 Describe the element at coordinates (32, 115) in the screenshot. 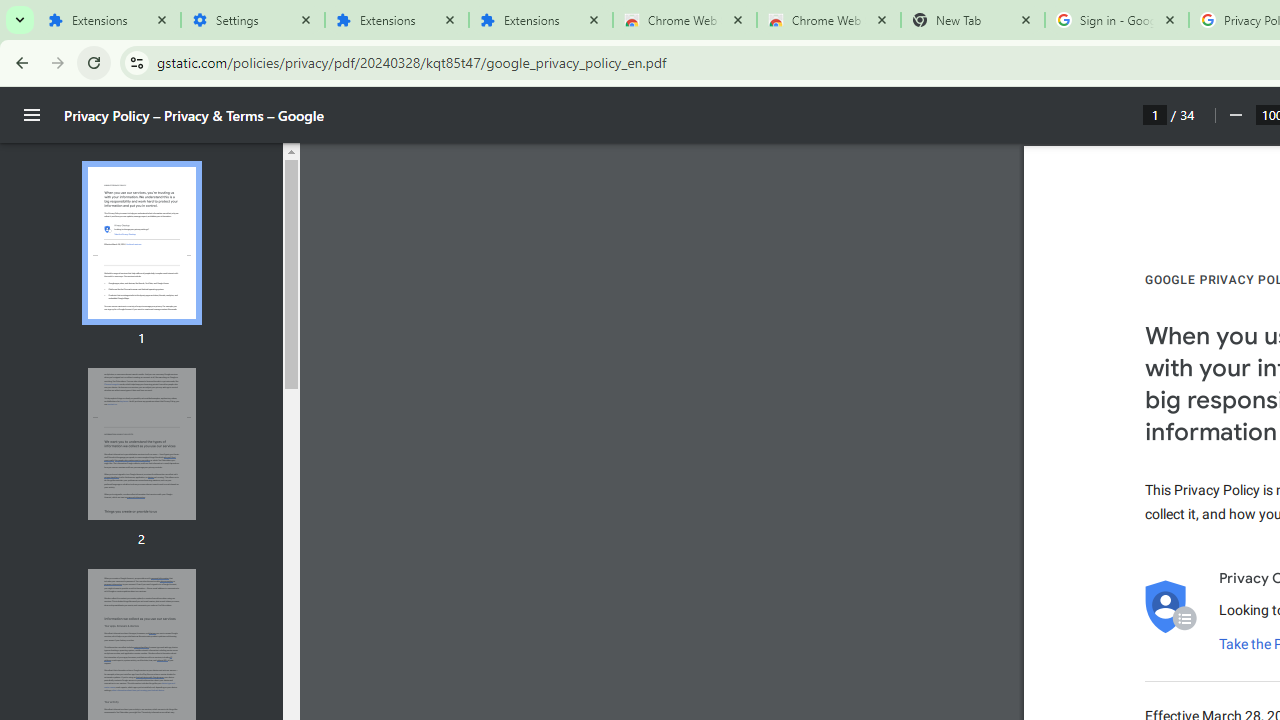

I see `'Menu'` at that location.